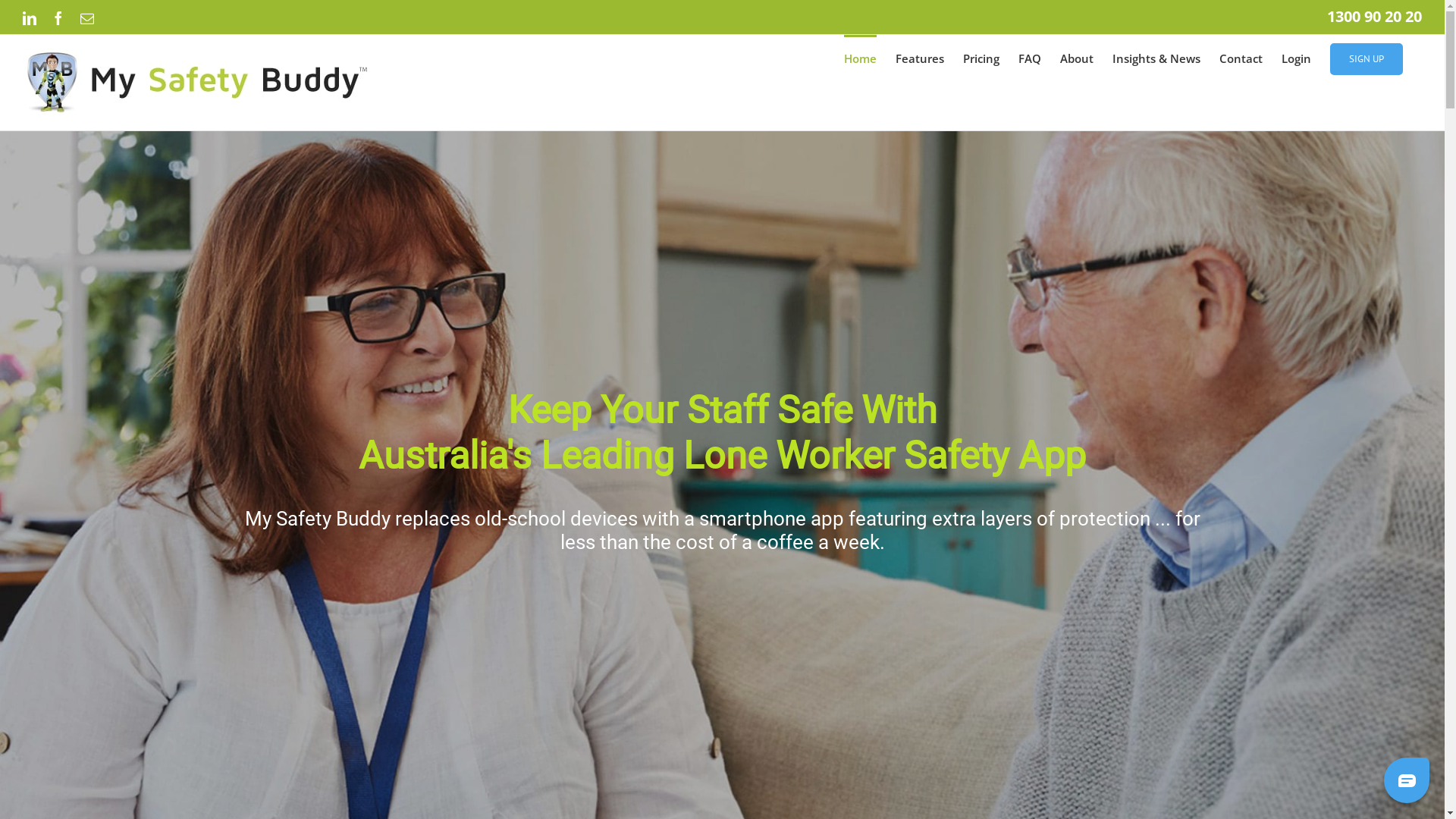 Image resolution: width=1456 pixels, height=819 pixels. Describe the element at coordinates (1030, 57) in the screenshot. I see `'FAQ'` at that location.